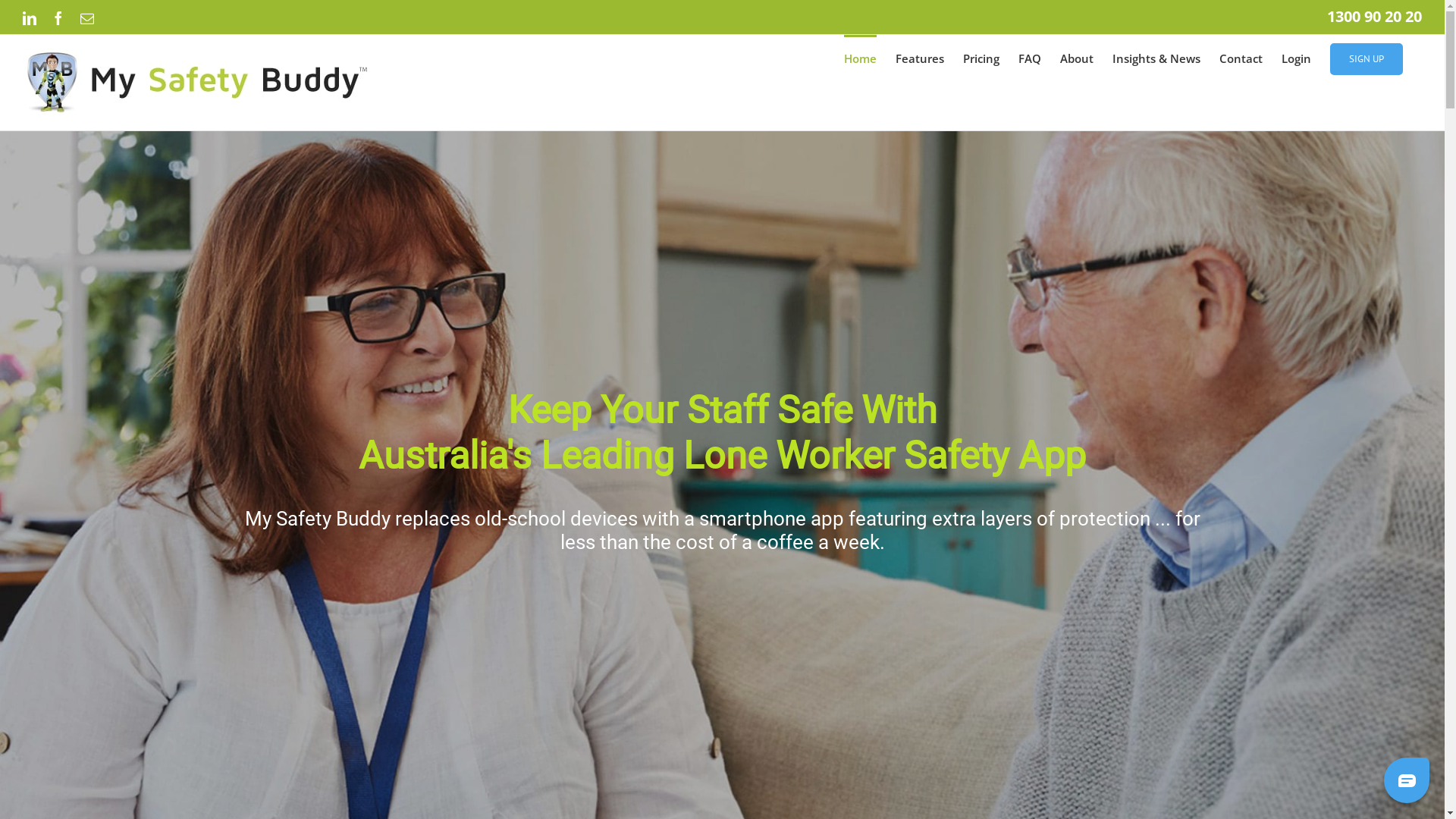 Image resolution: width=1456 pixels, height=819 pixels. Describe the element at coordinates (1030, 57) in the screenshot. I see `'FAQ'` at that location.